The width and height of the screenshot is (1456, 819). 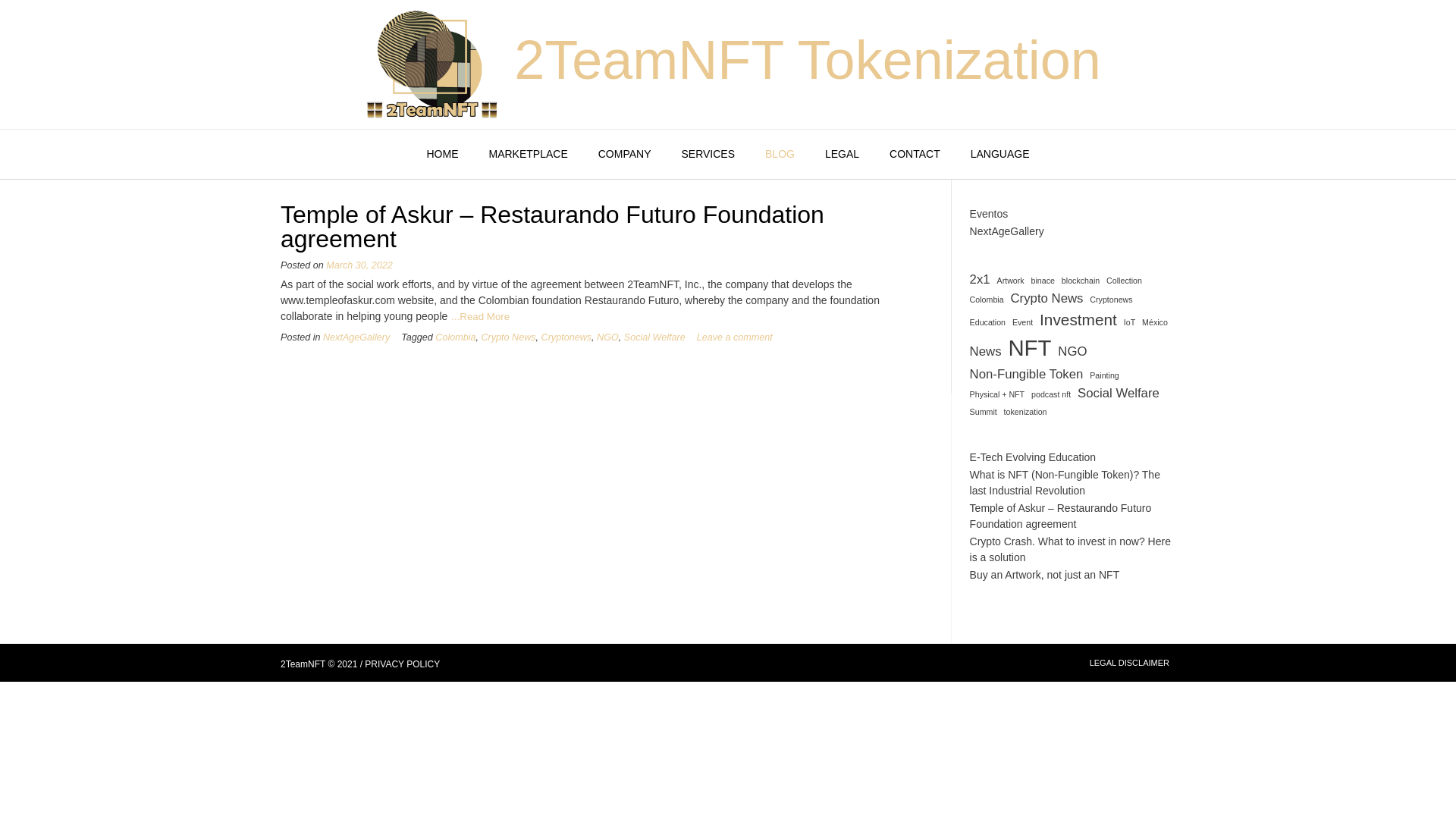 What do you see at coordinates (1046, 298) in the screenshot?
I see `'Crypto News'` at bounding box center [1046, 298].